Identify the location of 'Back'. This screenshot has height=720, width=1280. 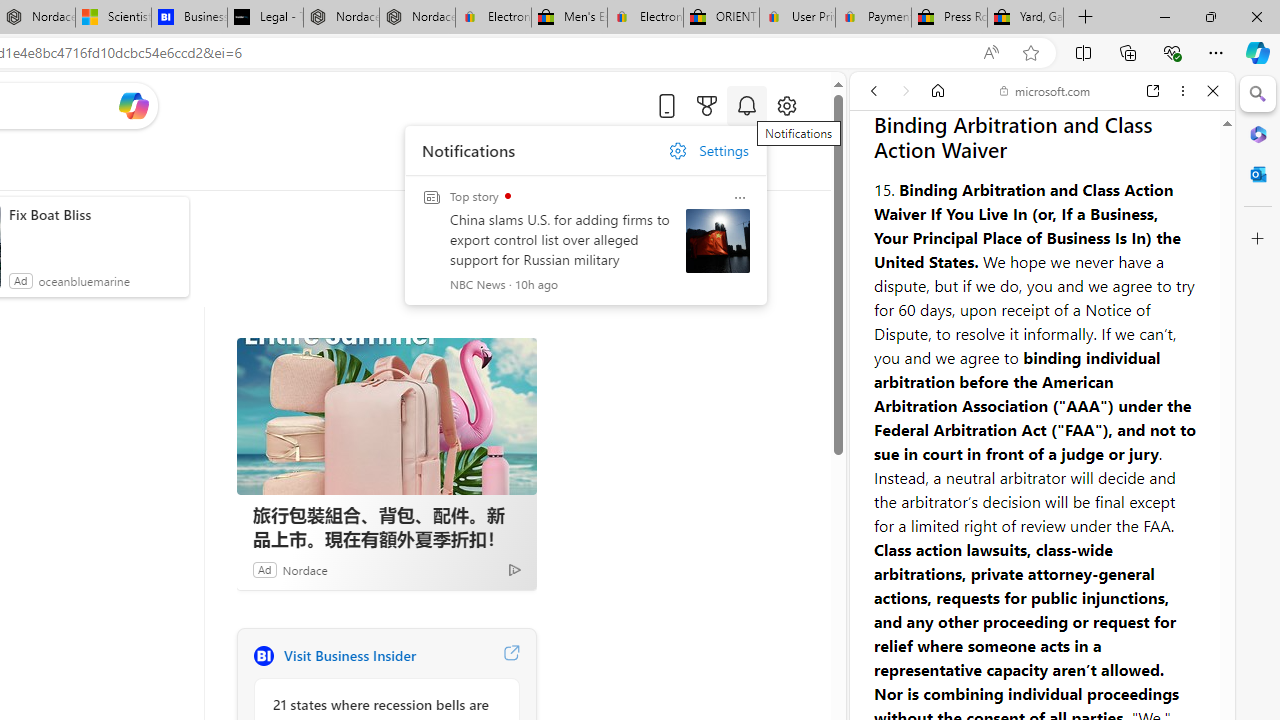
(874, 91).